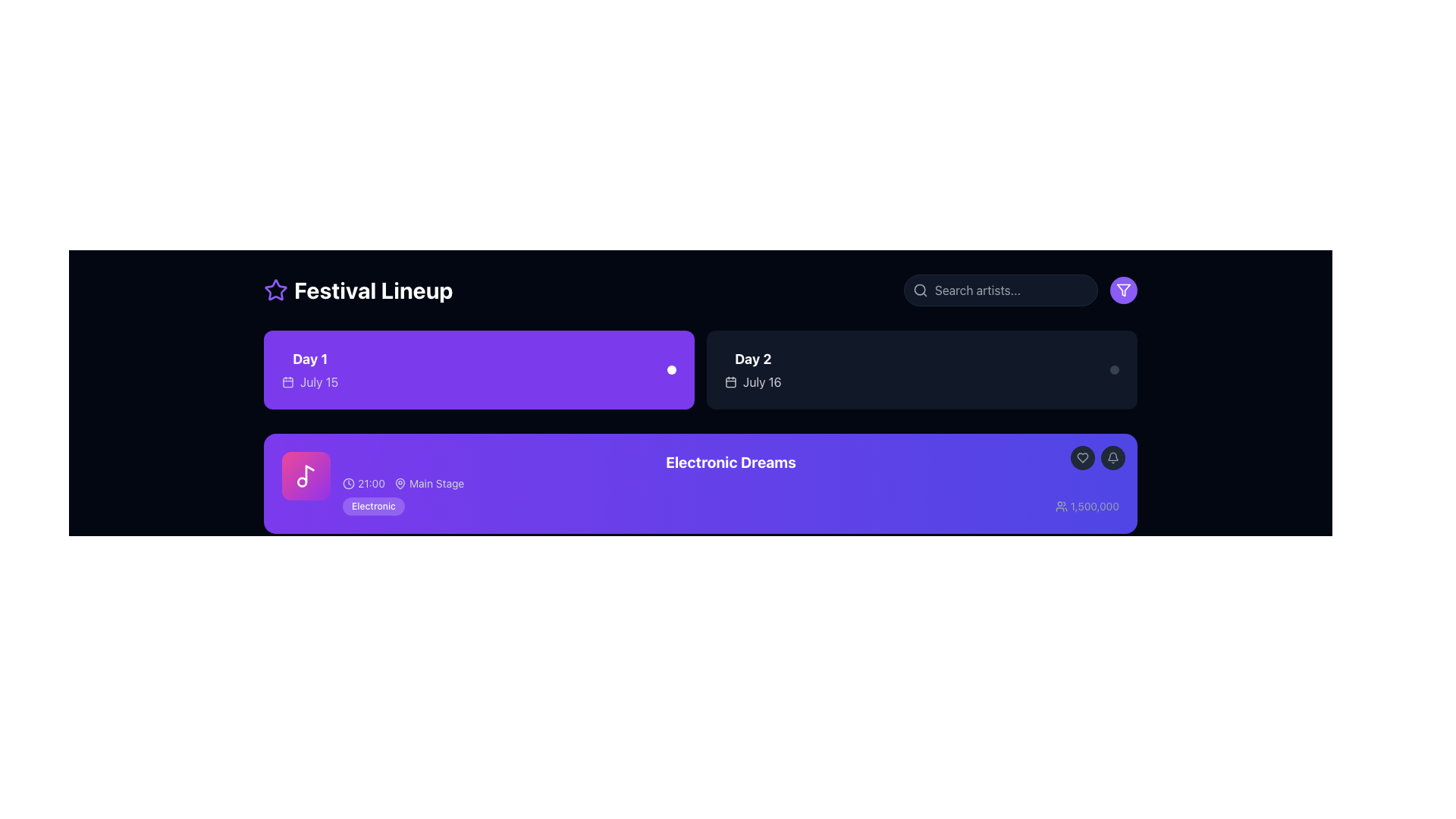 The height and width of the screenshot is (819, 1456). Describe the element at coordinates (1060, 506) in the screenshot. I see `the group of people icon located to the left of the numeric text '1,500,000'` at that location.